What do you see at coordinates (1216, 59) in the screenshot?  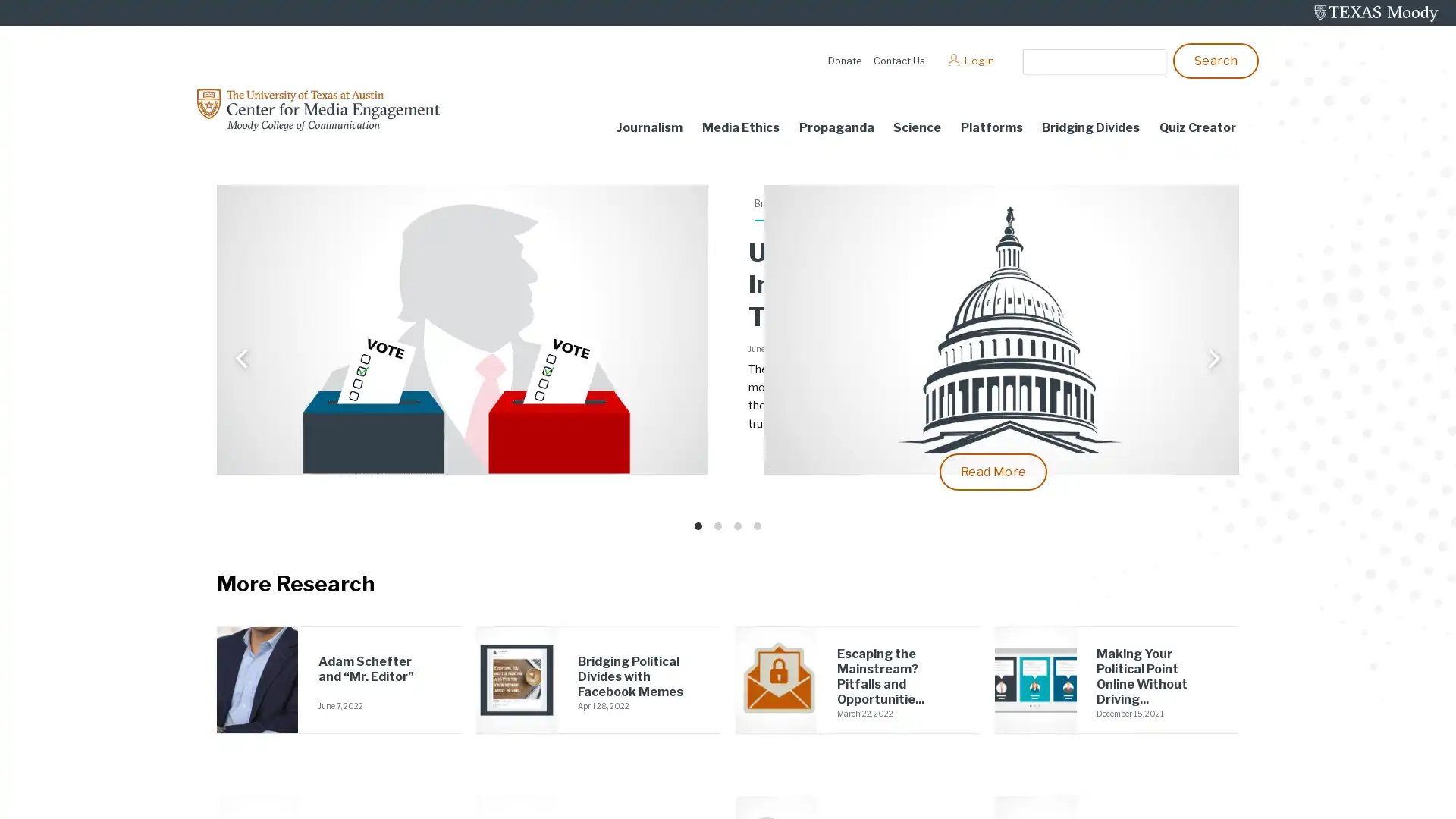 I see `Search` at bounding box center [1216, 59].